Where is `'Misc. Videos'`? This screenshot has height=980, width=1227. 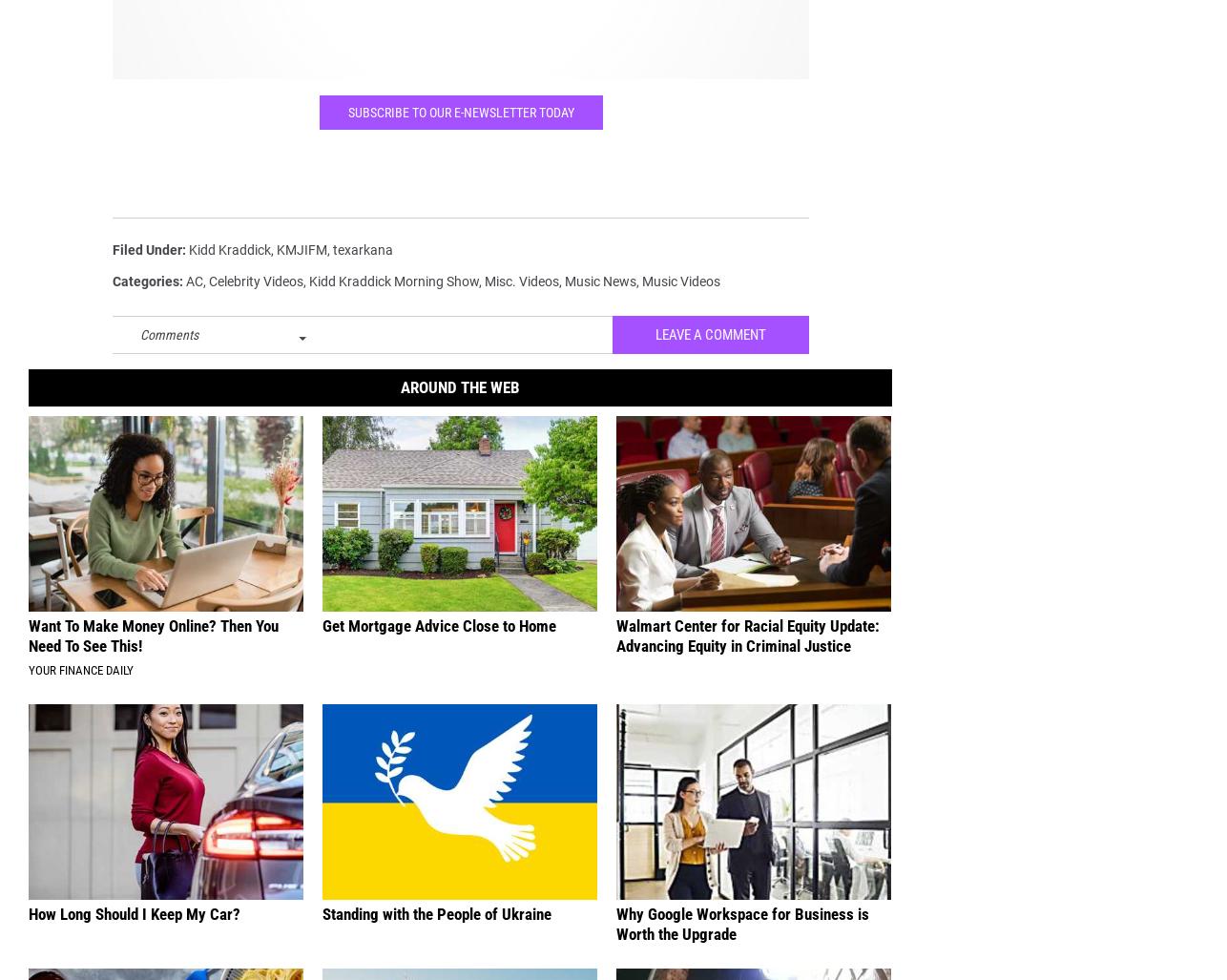
'Misc. Videos' is located at coordinates (520, 294).